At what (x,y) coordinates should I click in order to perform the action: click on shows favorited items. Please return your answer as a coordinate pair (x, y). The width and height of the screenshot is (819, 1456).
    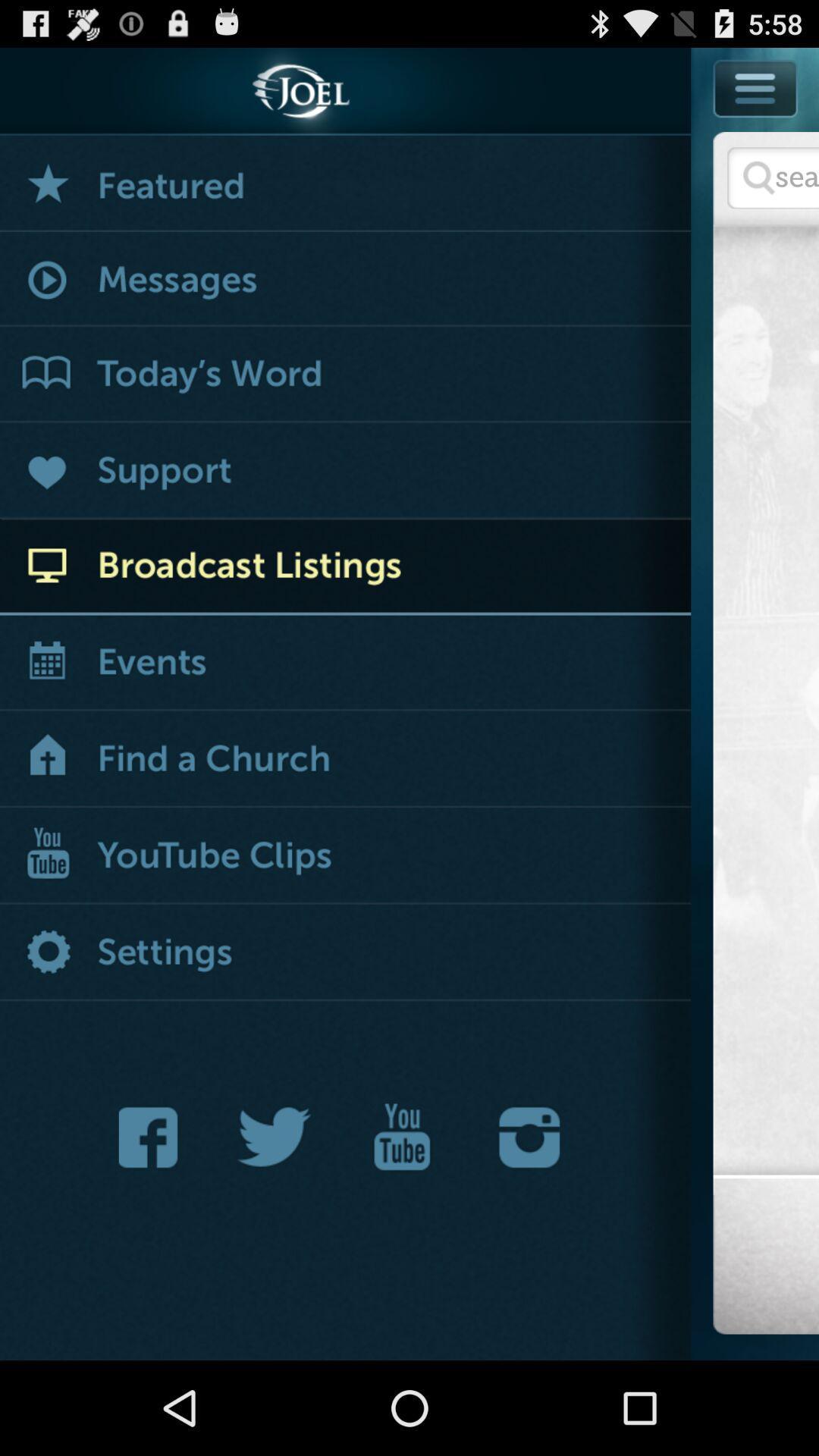
    Looking at the image, I should click on (345, 183).